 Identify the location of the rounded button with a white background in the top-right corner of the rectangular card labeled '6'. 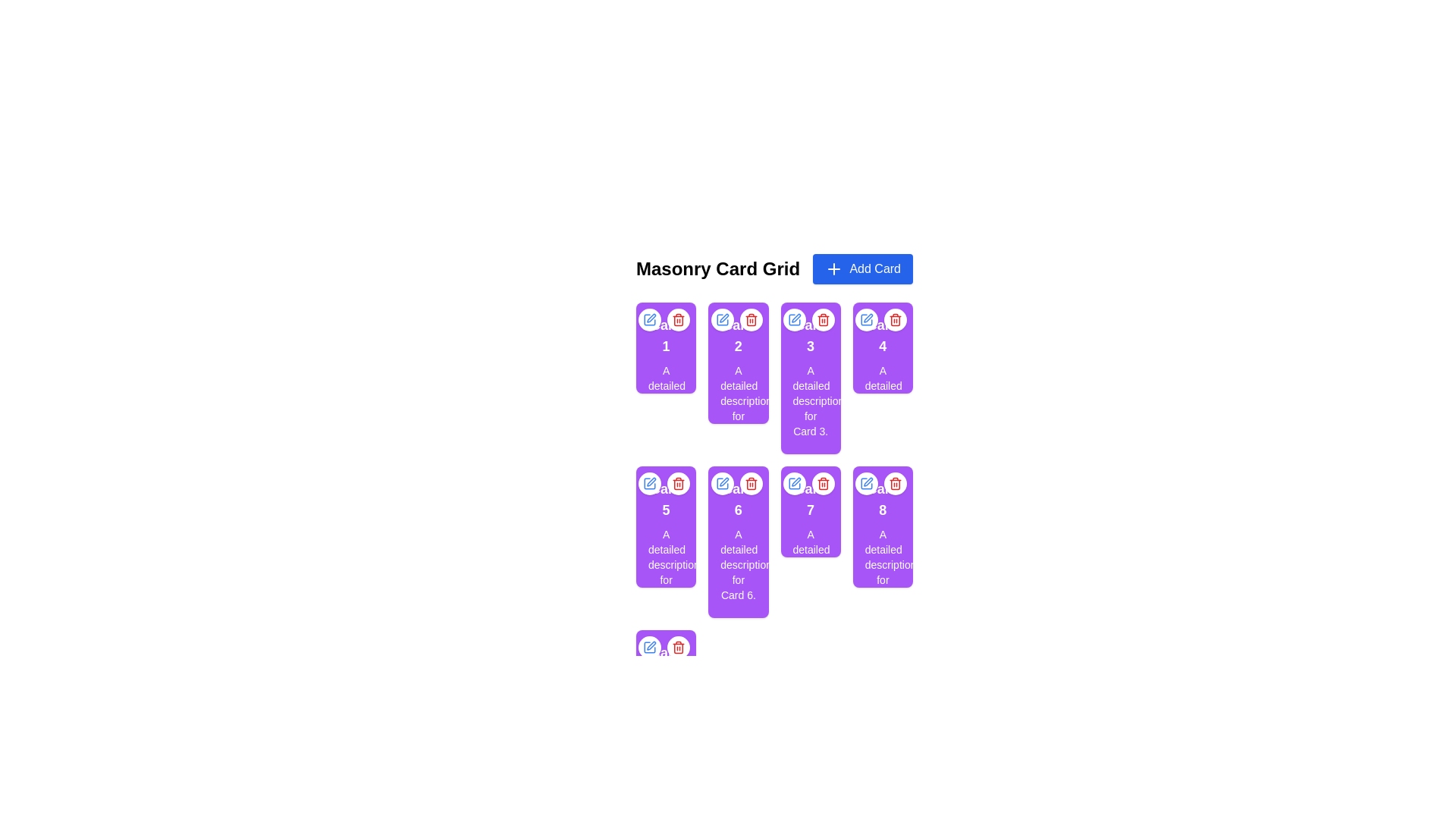
(721, 483).